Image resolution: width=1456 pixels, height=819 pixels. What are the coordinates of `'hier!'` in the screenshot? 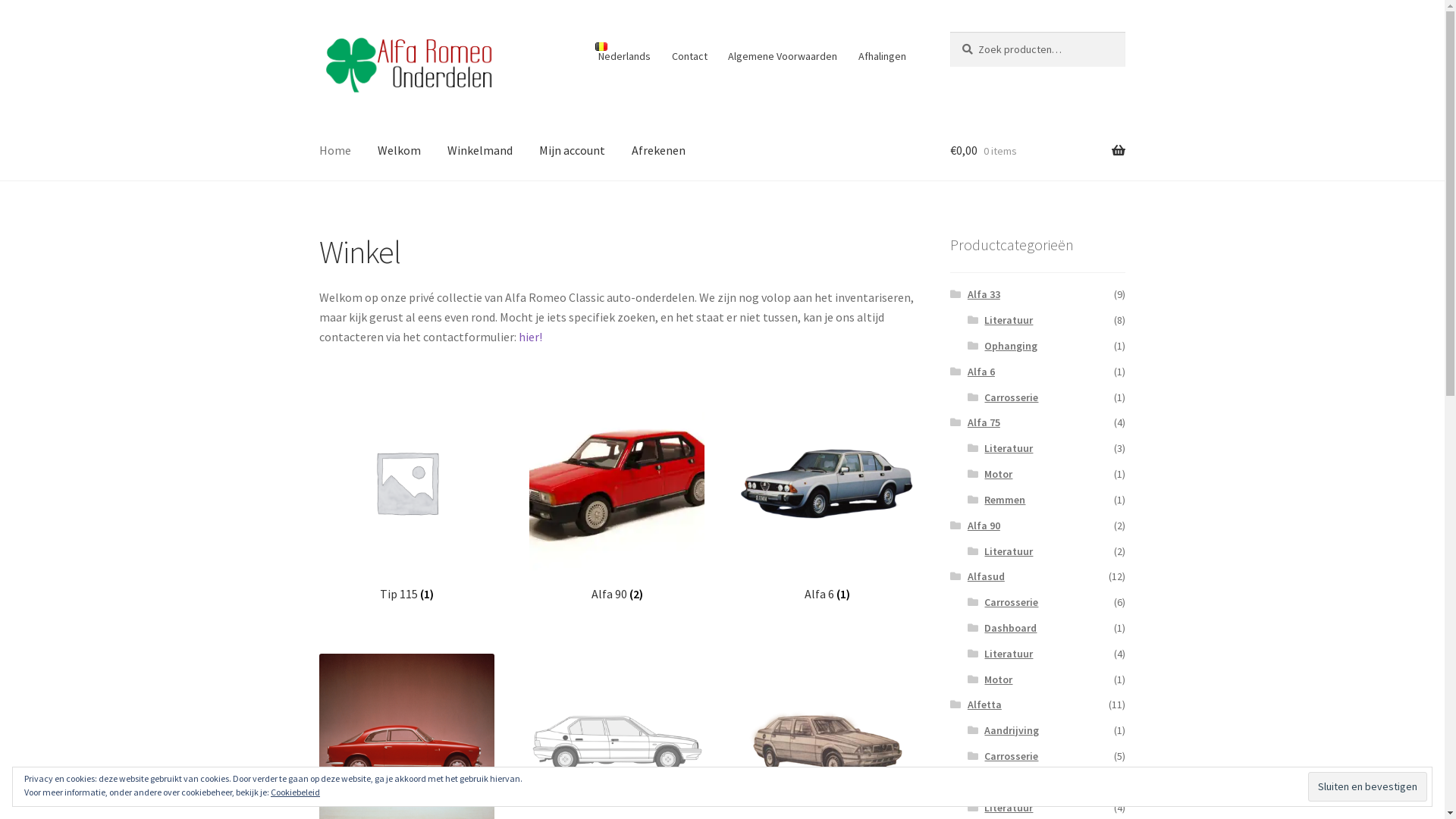 It's located at (530, 335).